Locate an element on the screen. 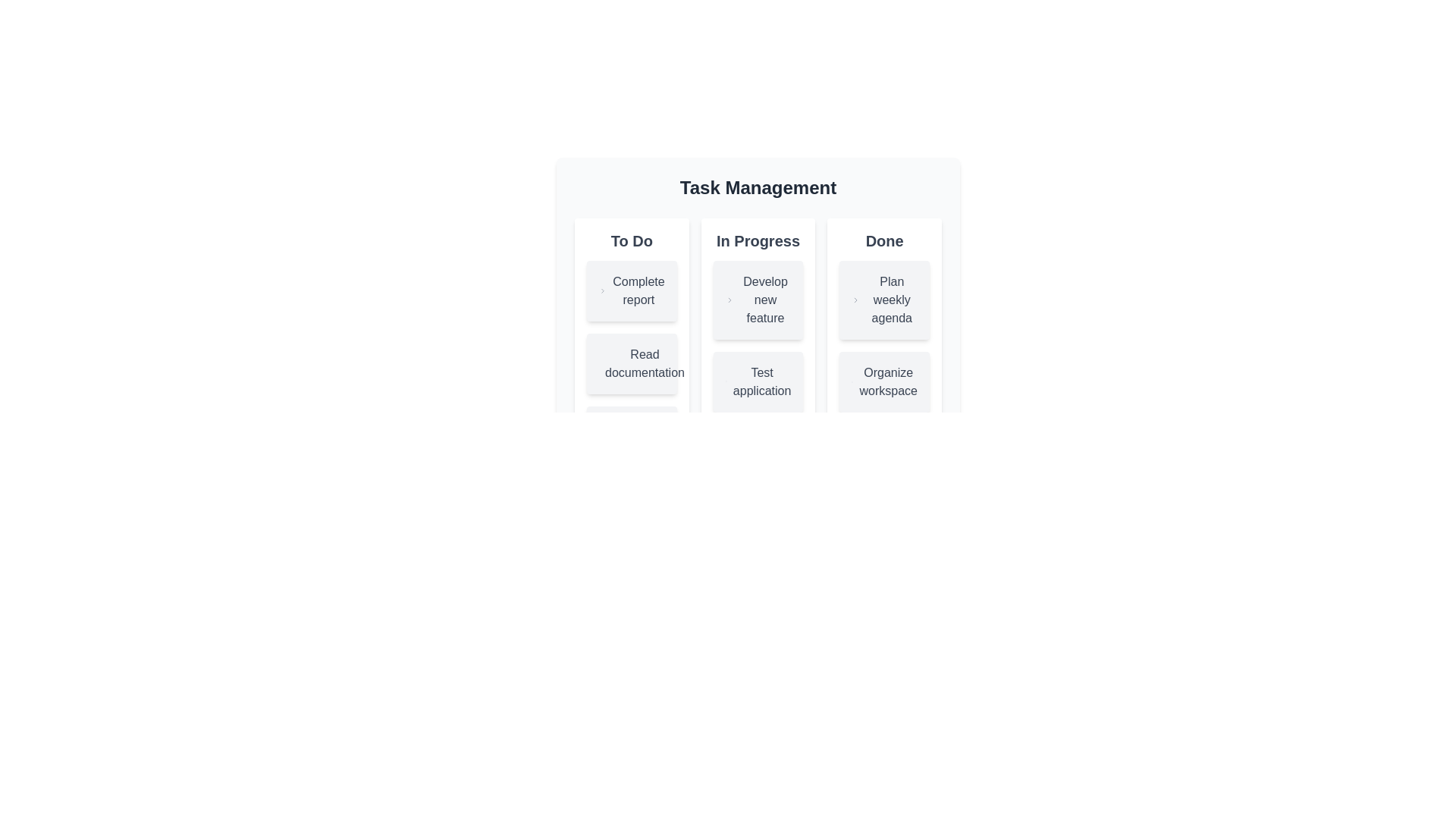 This screenshot has width=1456, height=819. the 'Complete report' button, which is a light gray rectangular button with rounded corners and a chevron icon, located in the 'To Do' column of the task management interface is located at coordinates (632, 291).